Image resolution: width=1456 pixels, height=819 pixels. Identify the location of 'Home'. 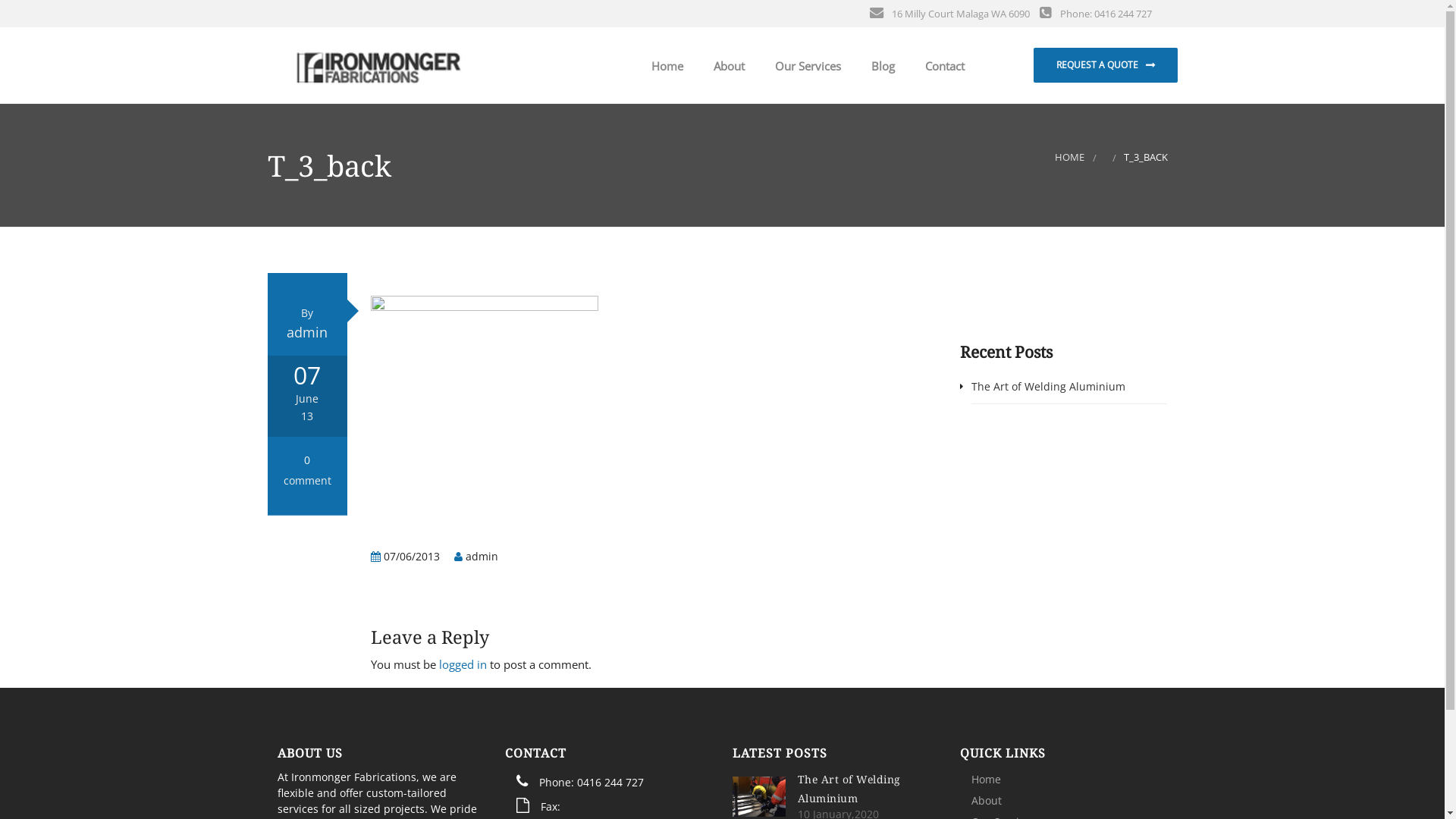
(986, 779).